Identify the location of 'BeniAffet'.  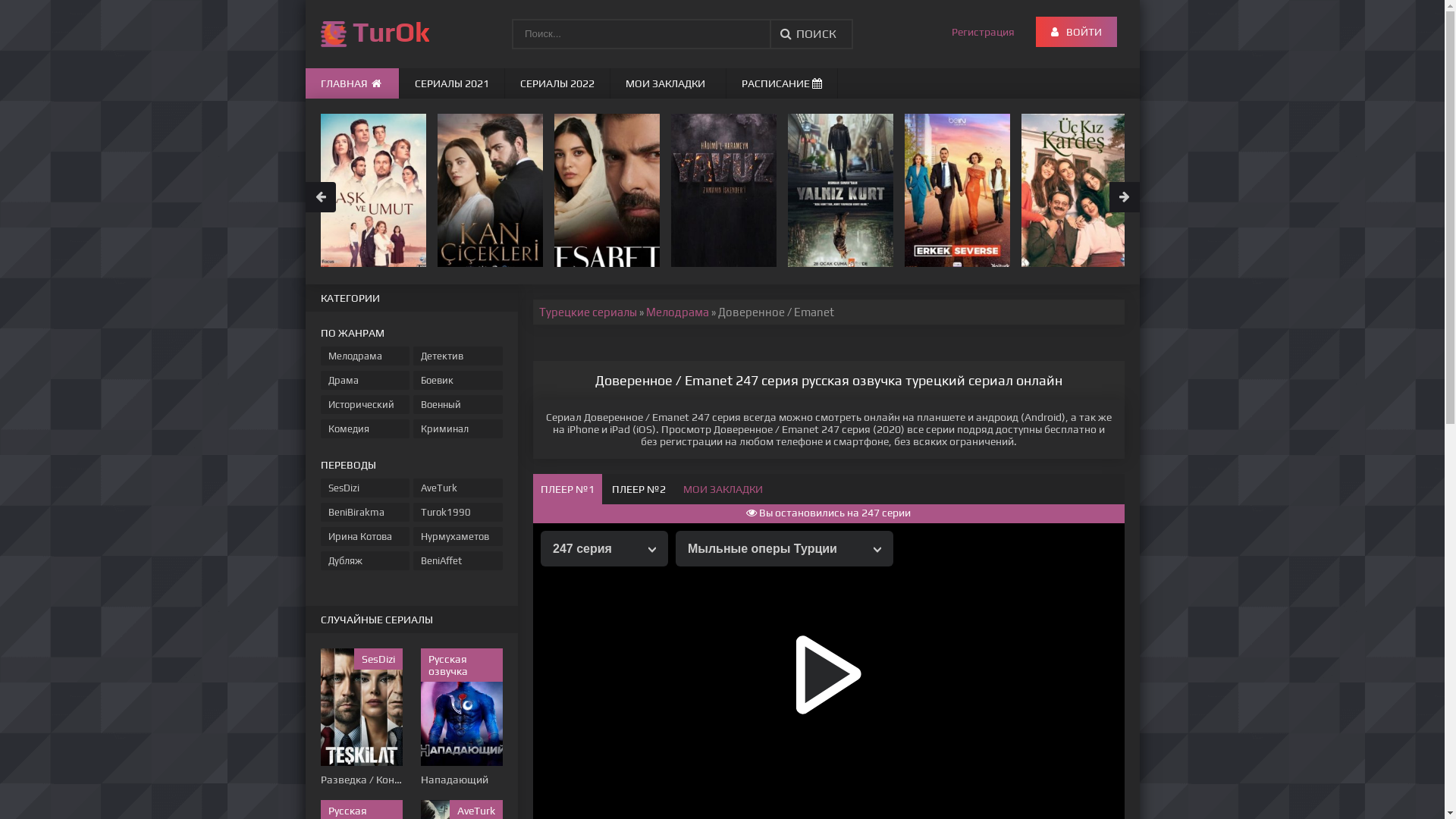
(457, 560).